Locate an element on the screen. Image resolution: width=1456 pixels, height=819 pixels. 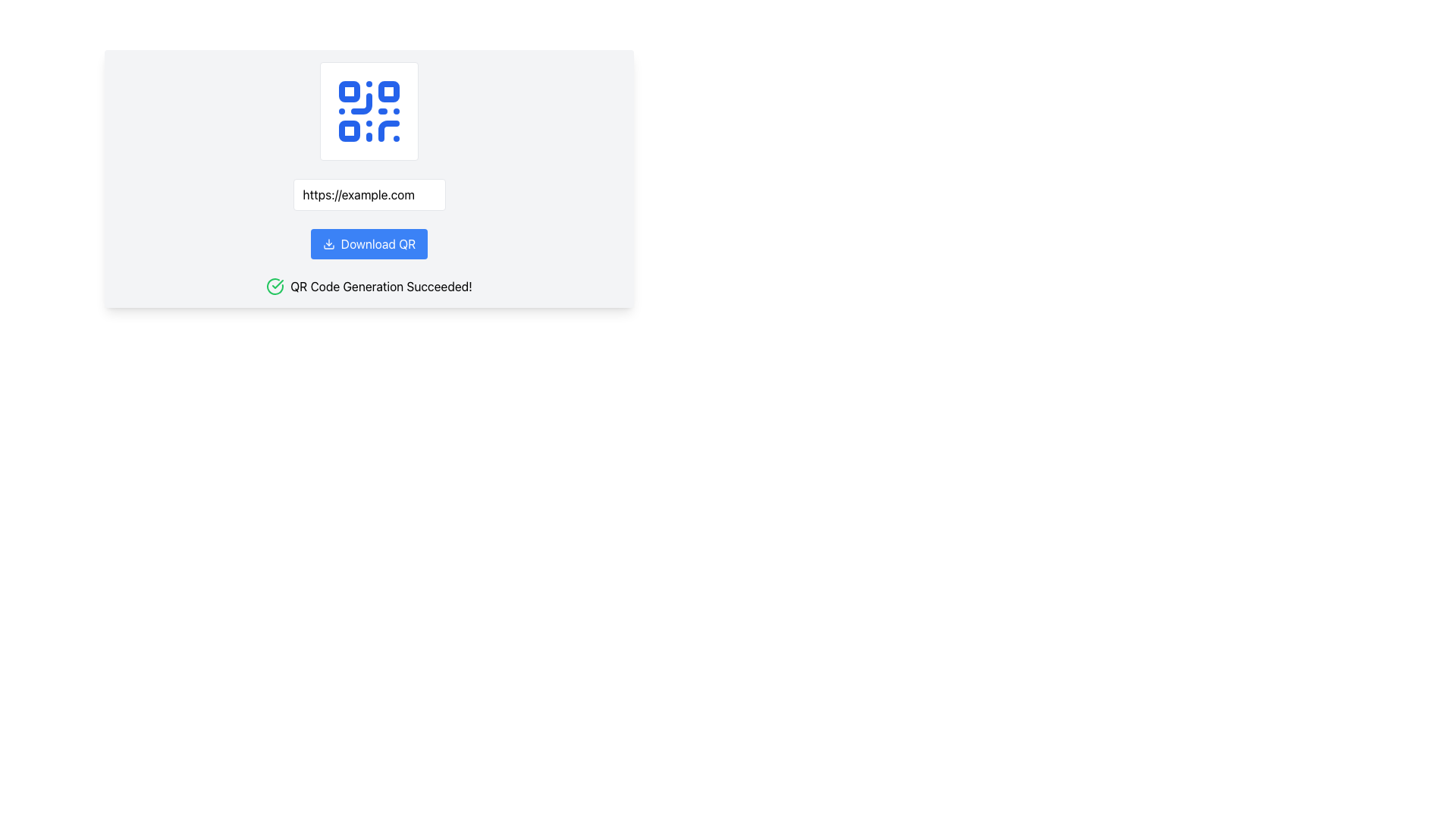
the small blue square with rounded corners that is the second square within the QR code icon, located above the URL input field is located at coordinates (389, 91).